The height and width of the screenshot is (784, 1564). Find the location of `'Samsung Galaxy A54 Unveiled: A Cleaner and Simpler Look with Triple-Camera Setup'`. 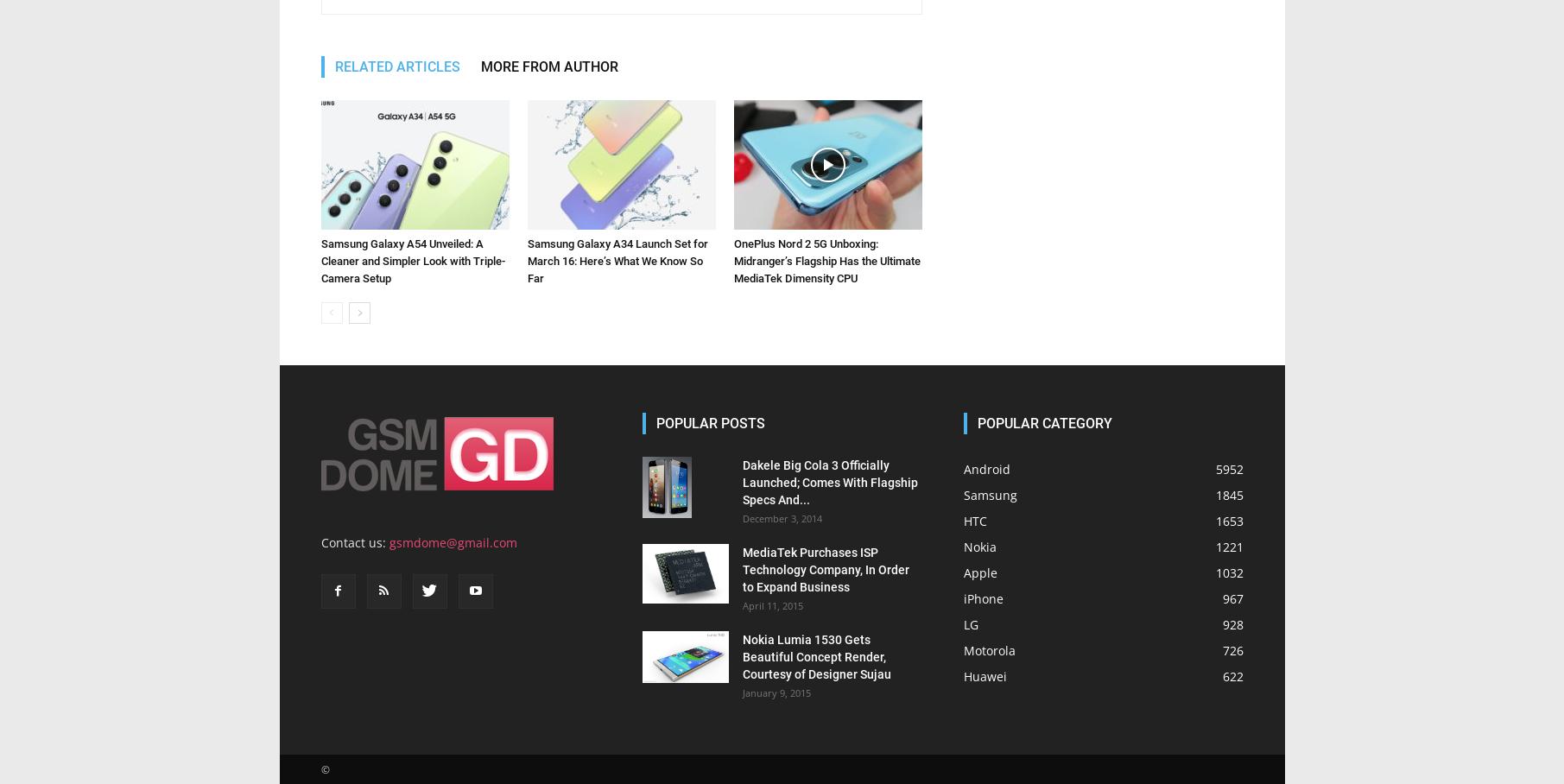

'Samsung Galaxy A54 Unveiled: A Cleaner and Simpler Look with Triple-Camera Setup' is located at coordinates (412, 261).